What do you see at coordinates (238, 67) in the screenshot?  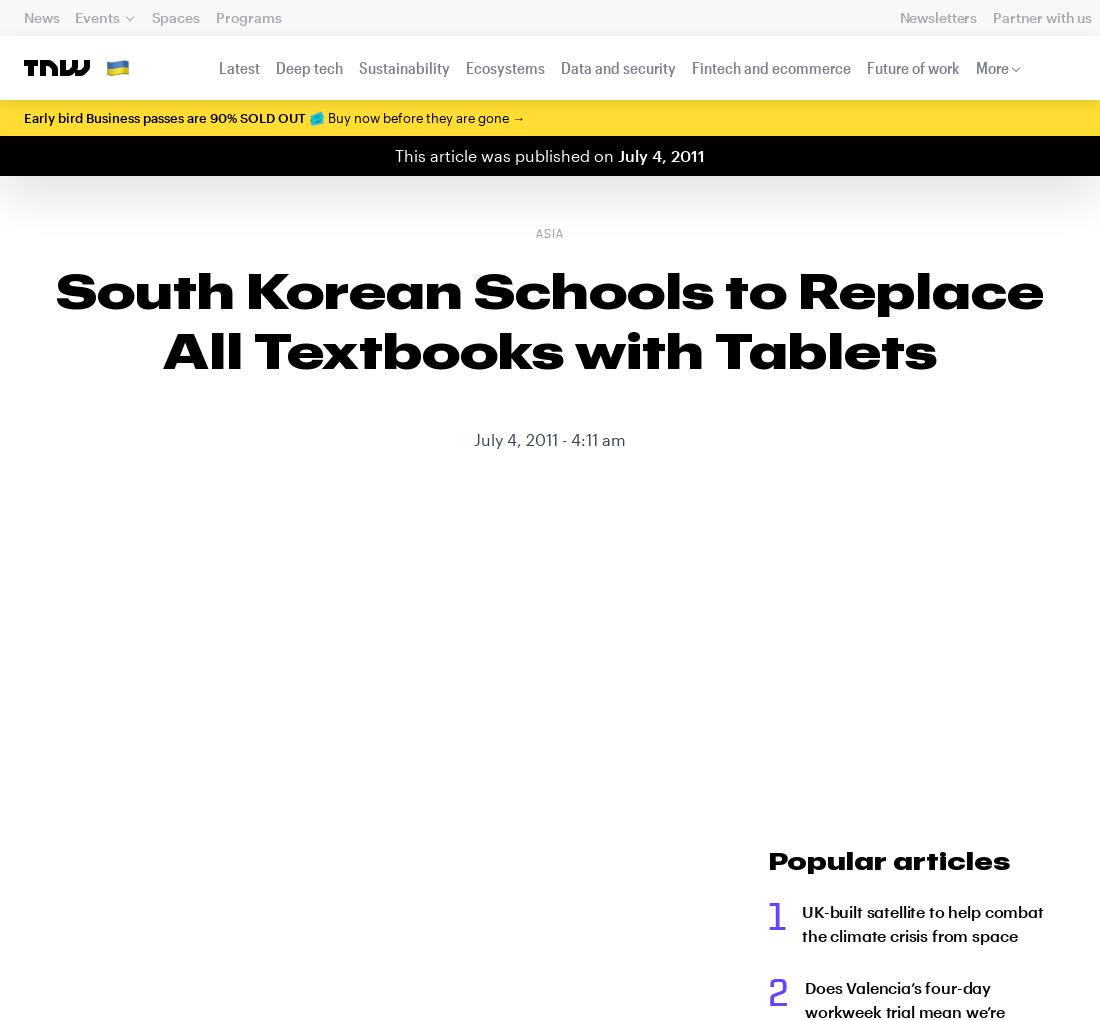 I see `'Latest'` at bounding box center [238, 67].